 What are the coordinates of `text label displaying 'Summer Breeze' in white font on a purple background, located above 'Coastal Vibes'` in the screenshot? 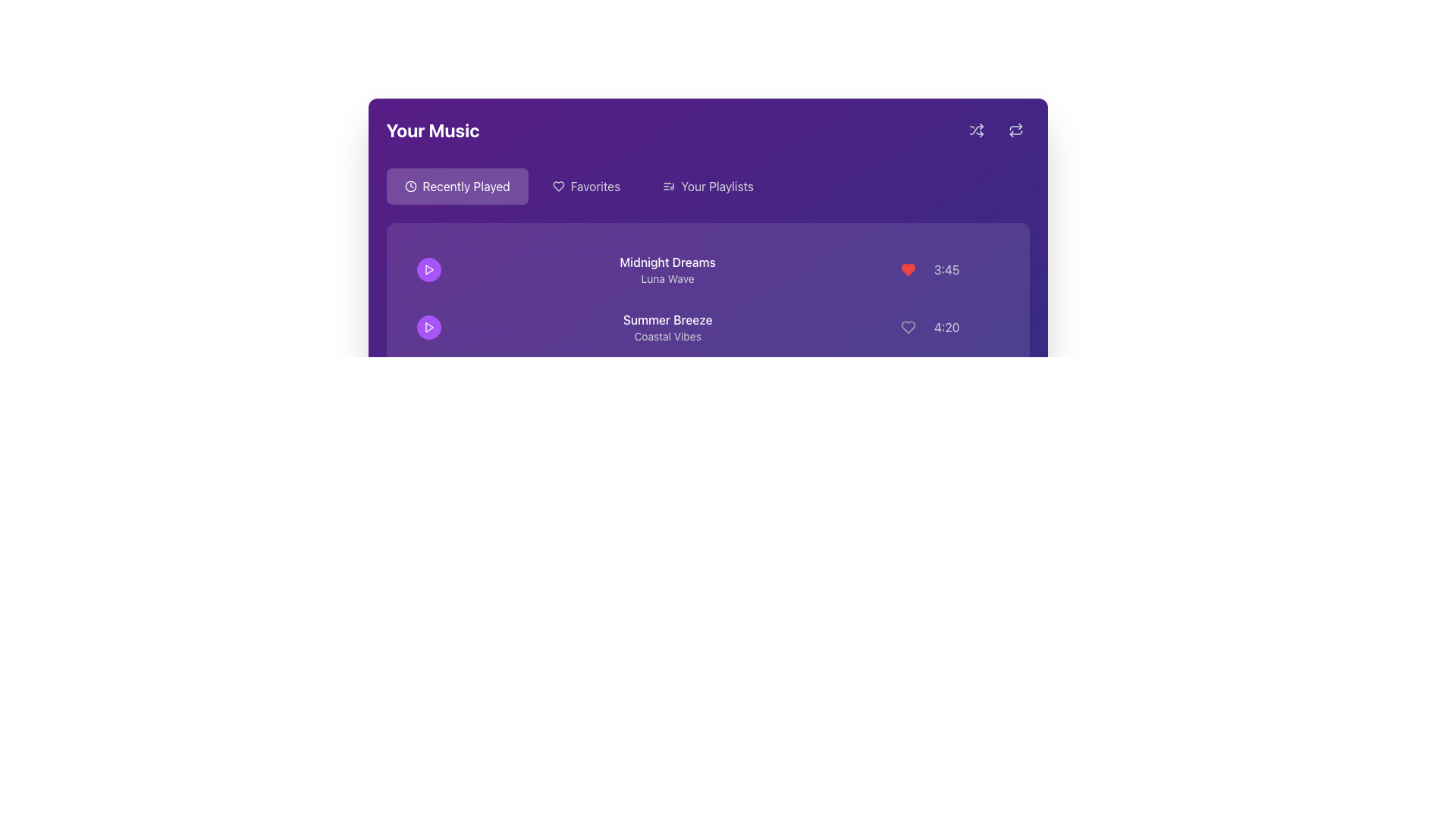 It's located at (667, 318).